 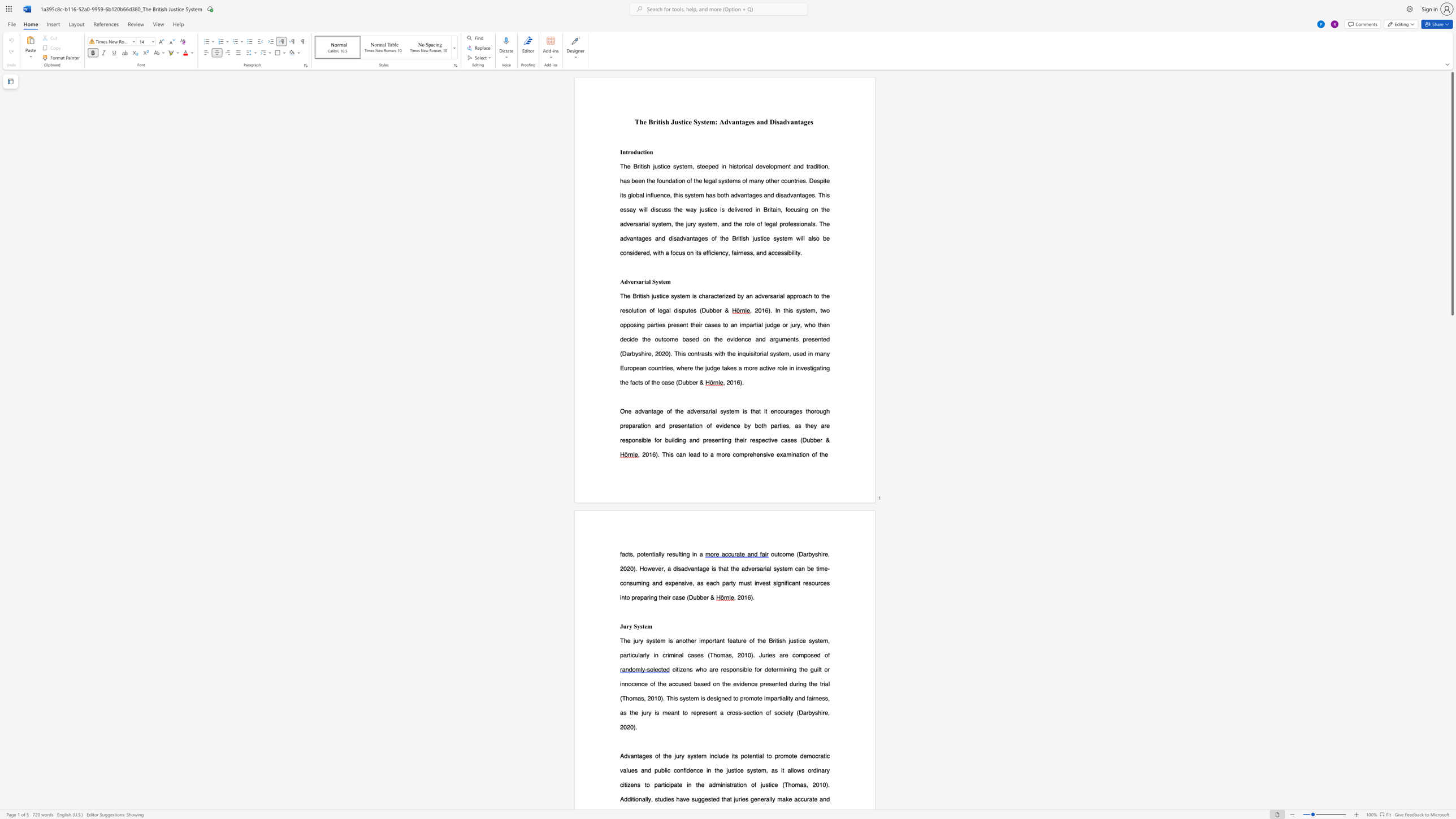 What do you see at coordinates (660, 553) in the screenshot?
I see `the subset text "ly resulti" within the text "facts, potentially resulting in a"` at bounding box center [660, 553].